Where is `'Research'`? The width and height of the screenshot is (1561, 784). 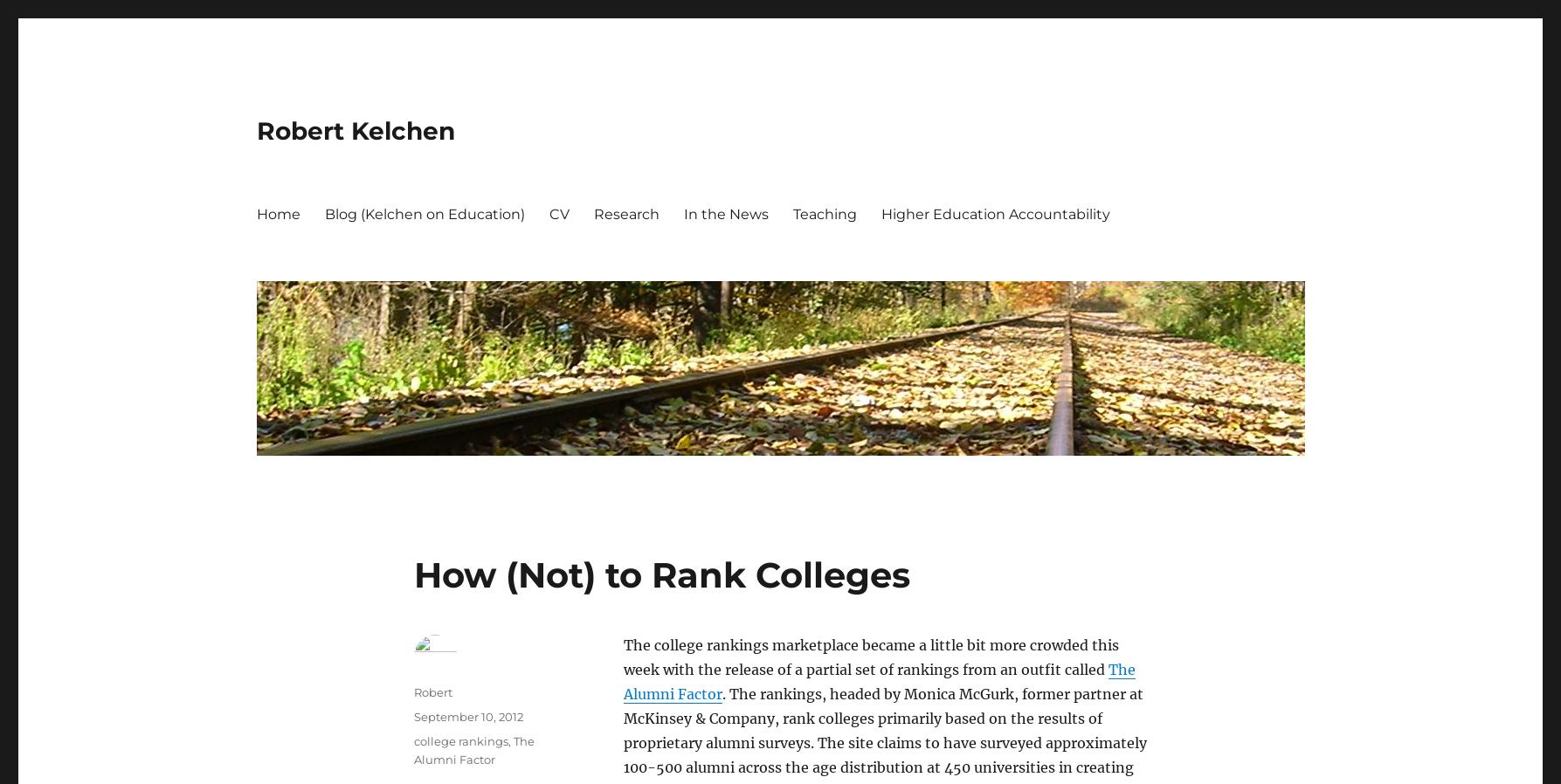 'Research' is located at coordinates (625, 213).